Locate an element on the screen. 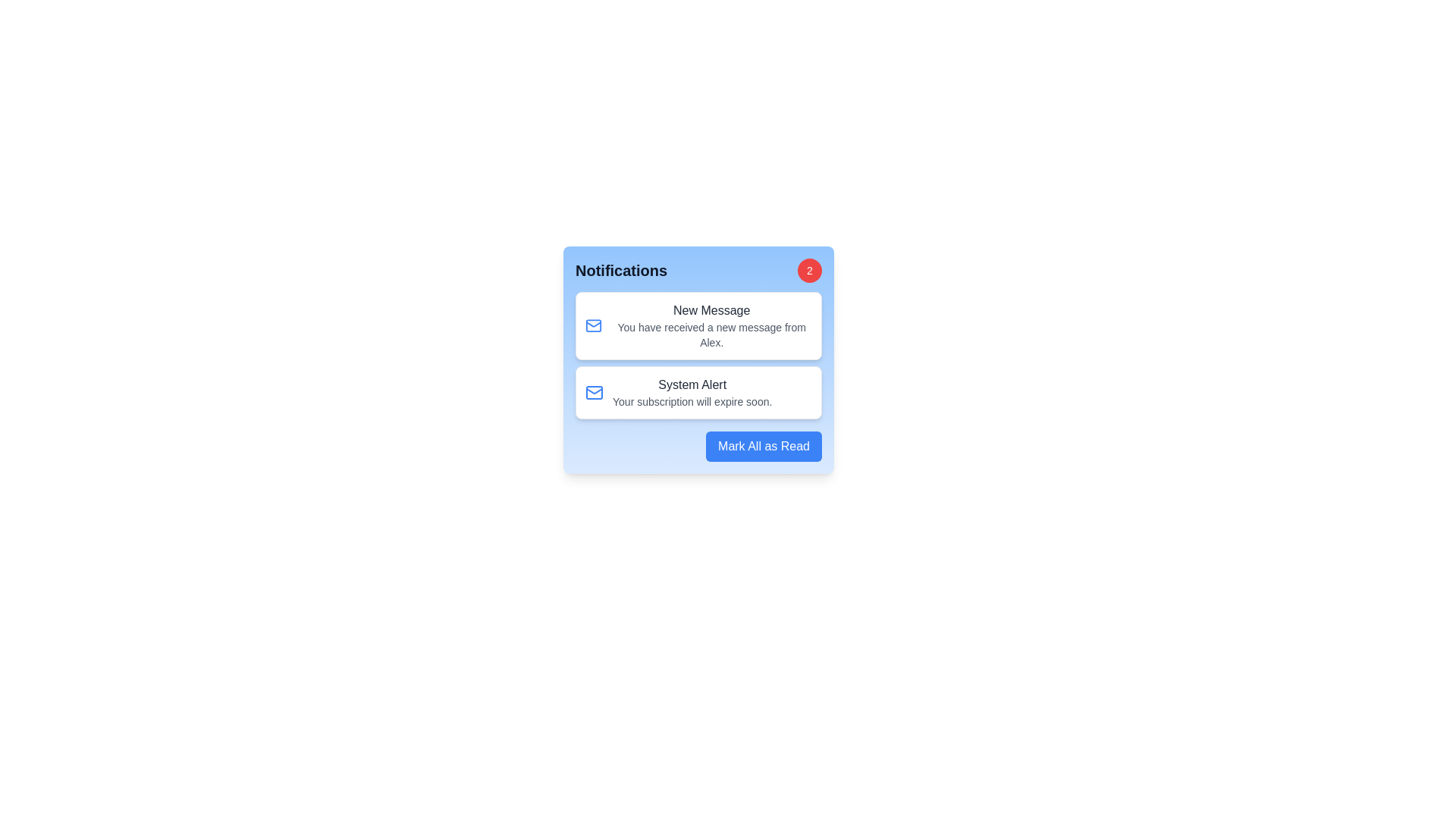 This screenshot has height=819, width=1456. notification details from the first notification card indicating a new message from Alex, which is located in the central region of the notification area below the 'Notifications' header is located at coordinates (711, 325).